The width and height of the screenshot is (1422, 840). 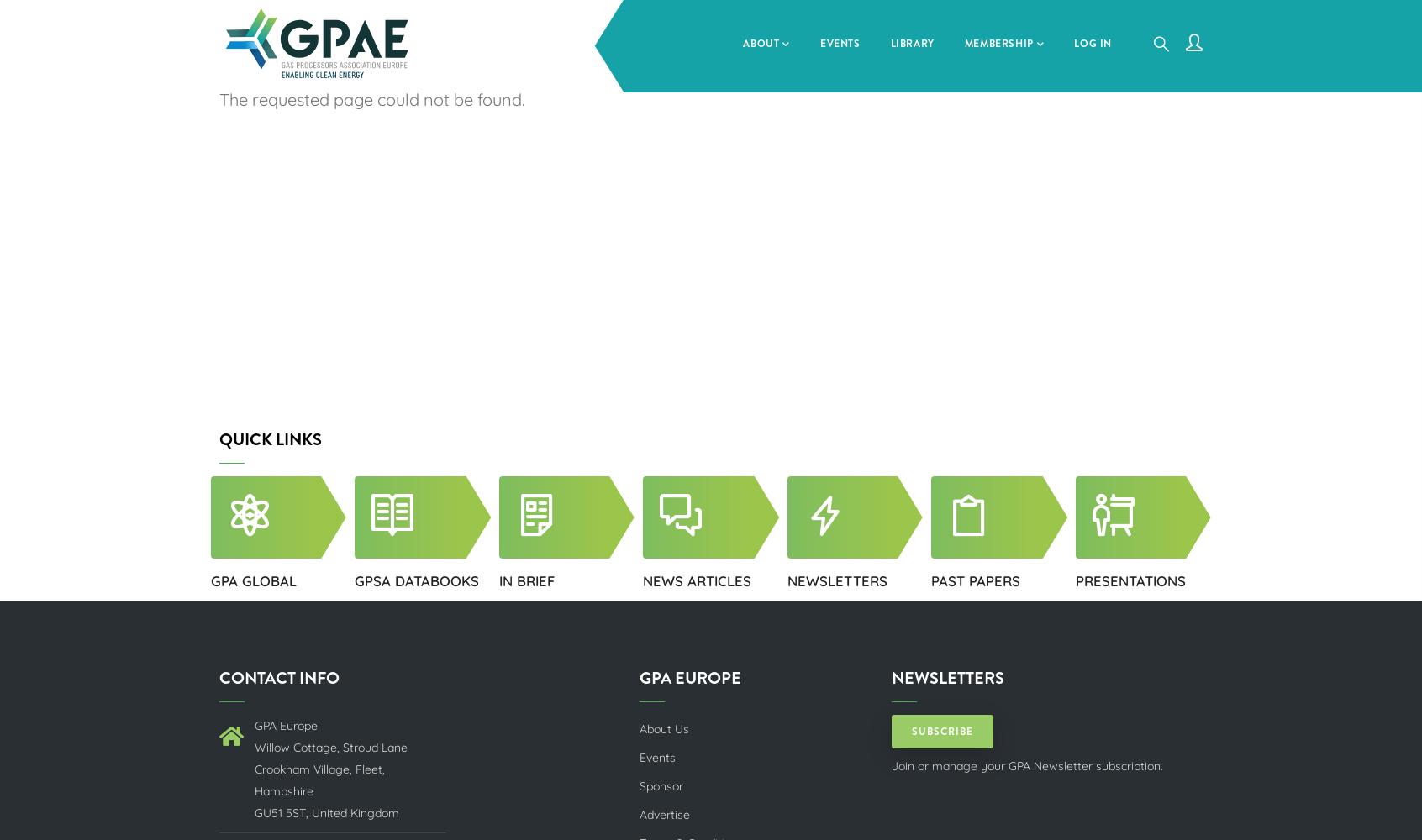 I want to click on 'The requested page could not be found.', so click(x=371, y=98).